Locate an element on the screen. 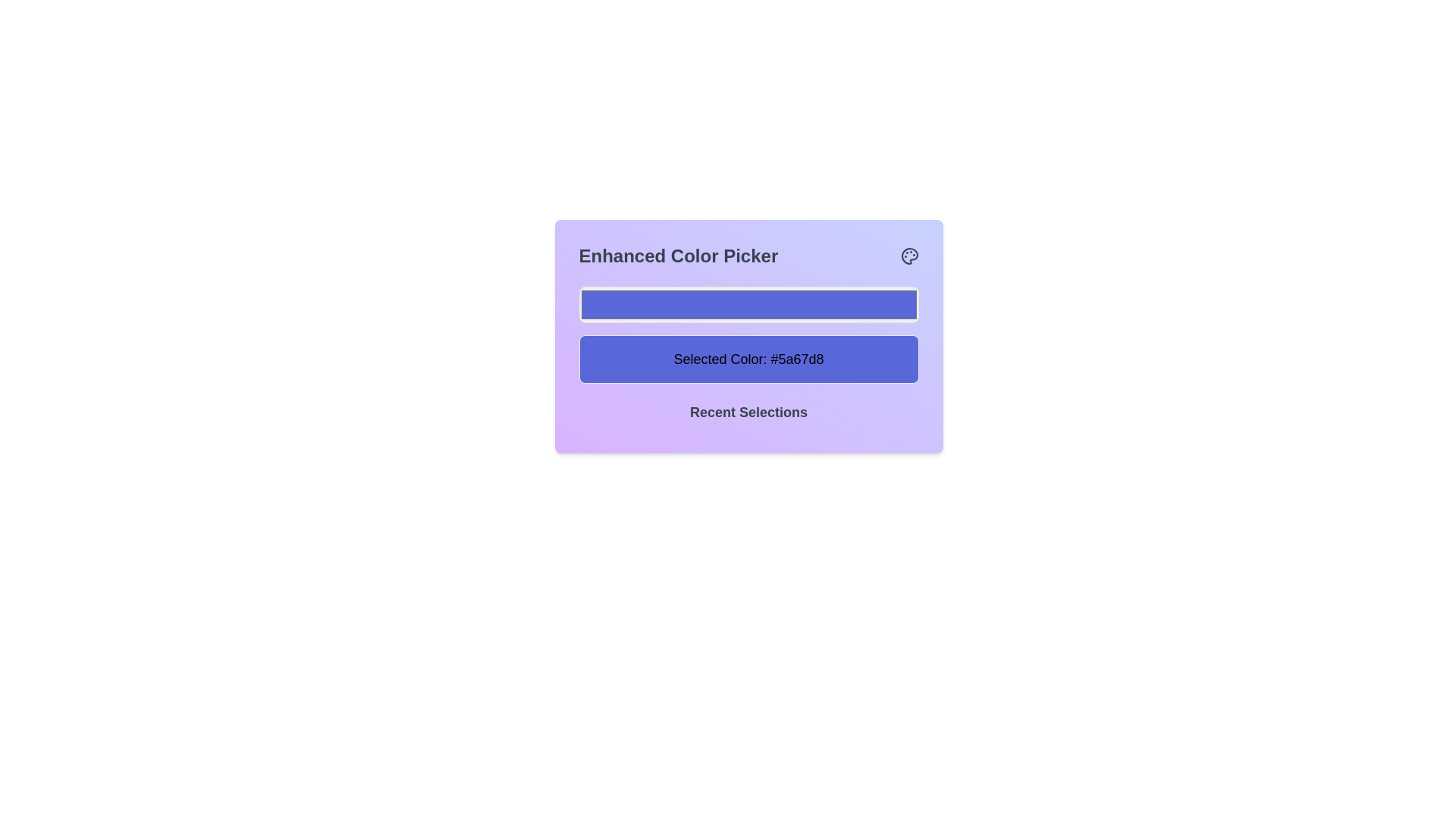 Image resolution: width=1456 pixels, height=819 pixels. the text display with styled background that shows the currently selected color, located beneath the color input box and above the 'Recent Selections' section in the 'Enhanced Color Picker' component is located at coordinates (748, 359).